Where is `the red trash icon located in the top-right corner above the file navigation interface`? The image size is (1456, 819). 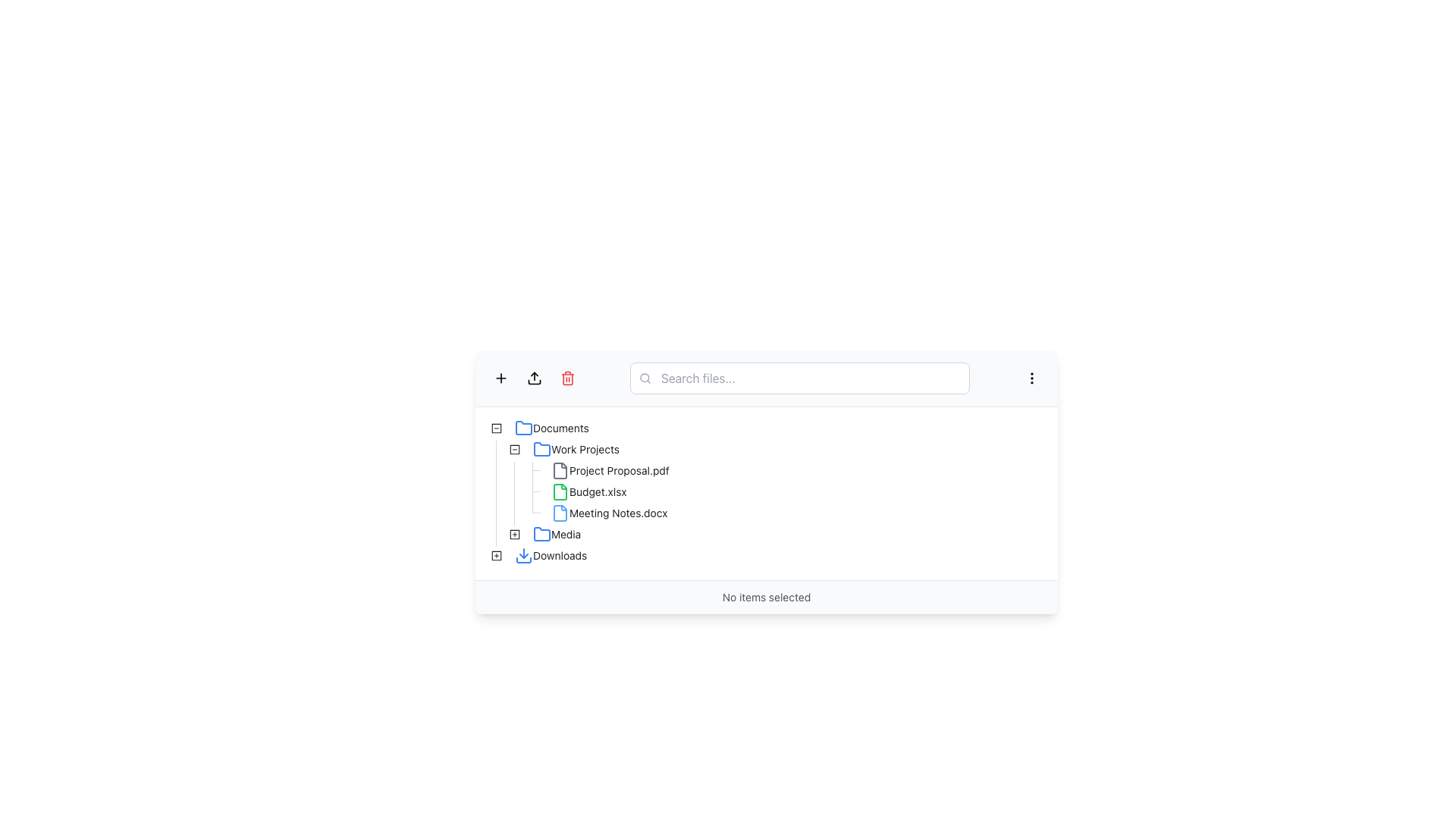 the red trash icon located in the top-right corner above the file navigation interface is located at coordinates (566, 377).